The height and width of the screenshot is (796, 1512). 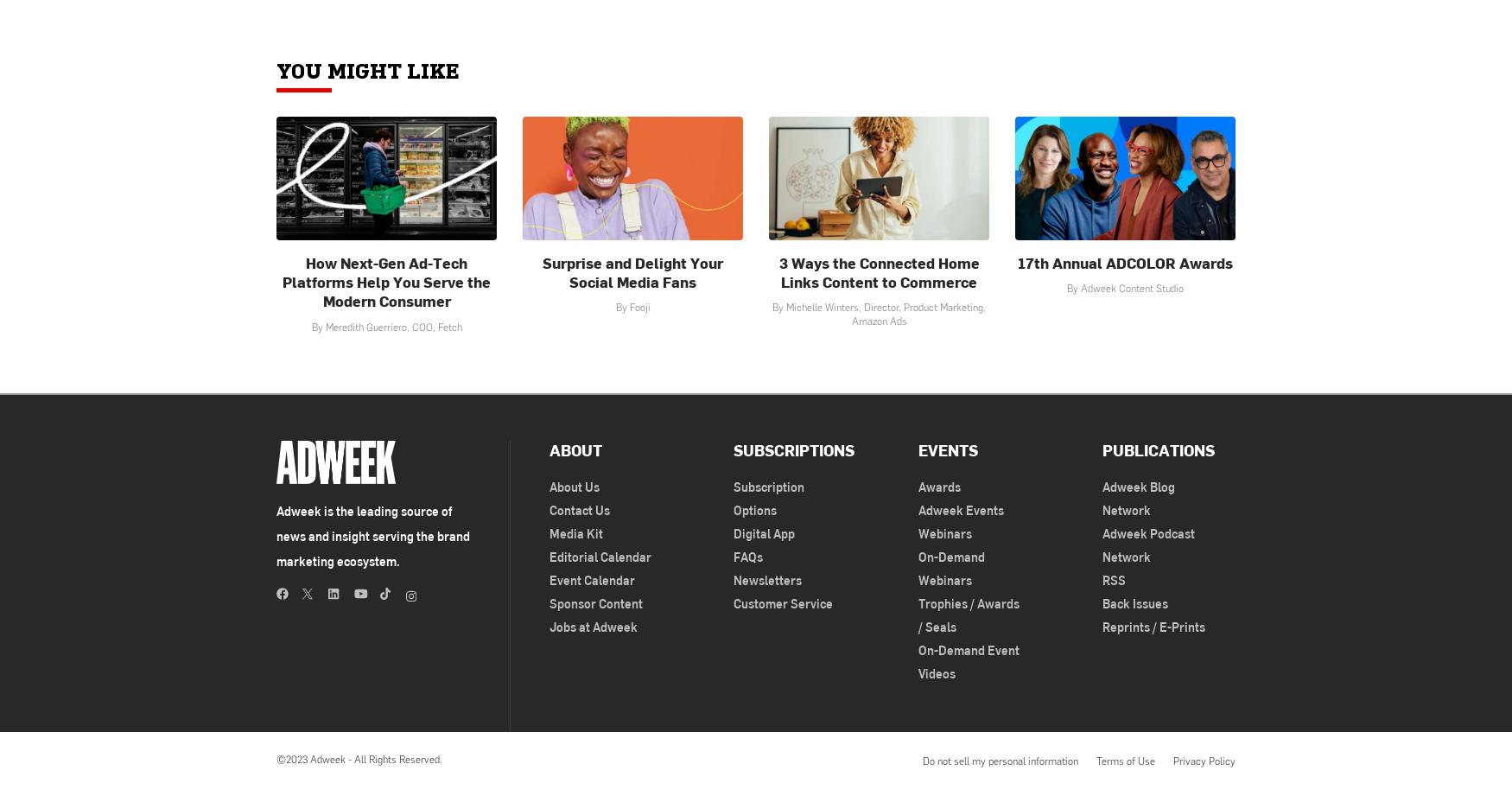 I want to click on 'Adweek Podcast Network', so click(x=1101, y=544).